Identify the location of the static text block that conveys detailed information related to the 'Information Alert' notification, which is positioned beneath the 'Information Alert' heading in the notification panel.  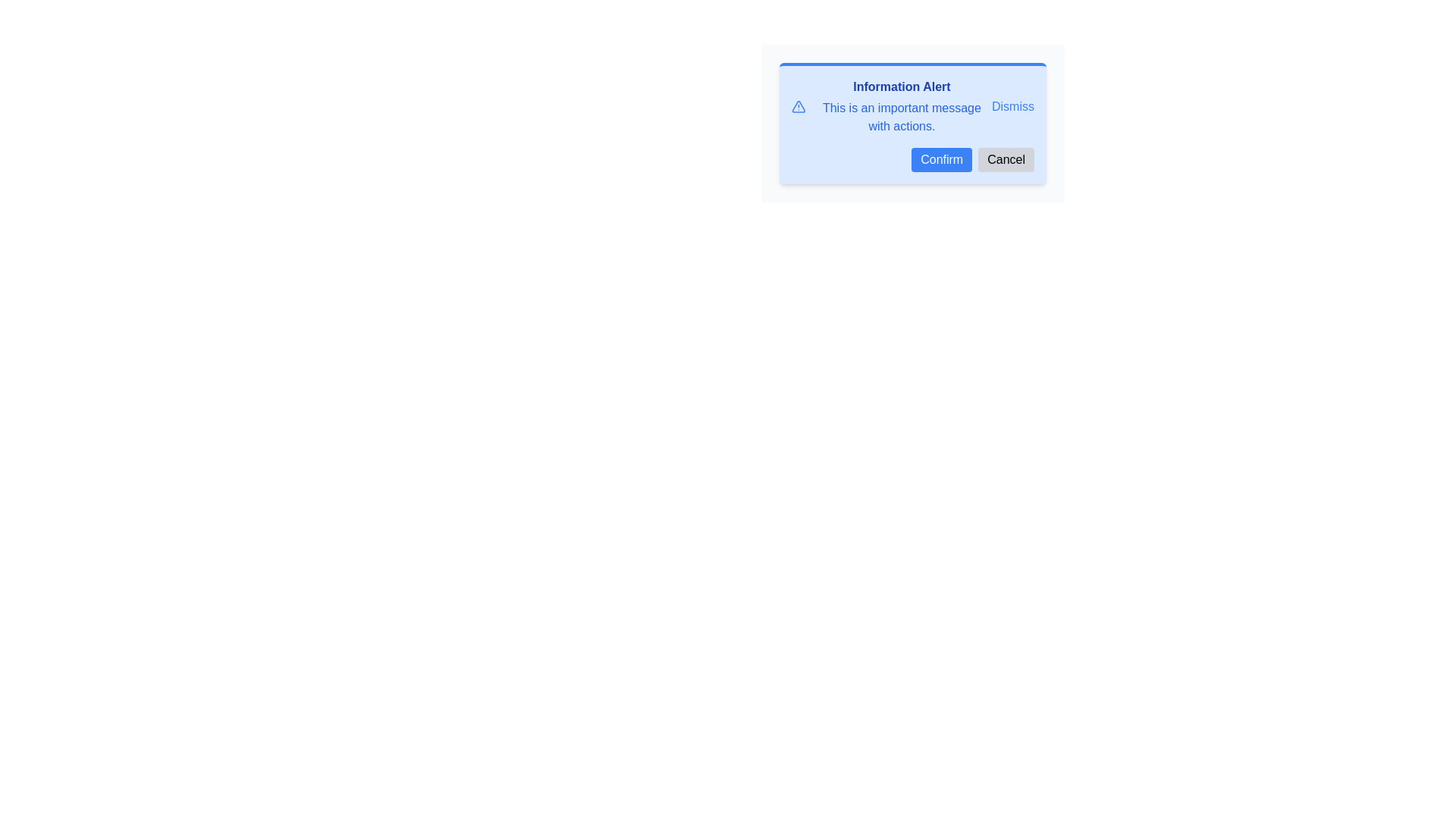
(902, 116).